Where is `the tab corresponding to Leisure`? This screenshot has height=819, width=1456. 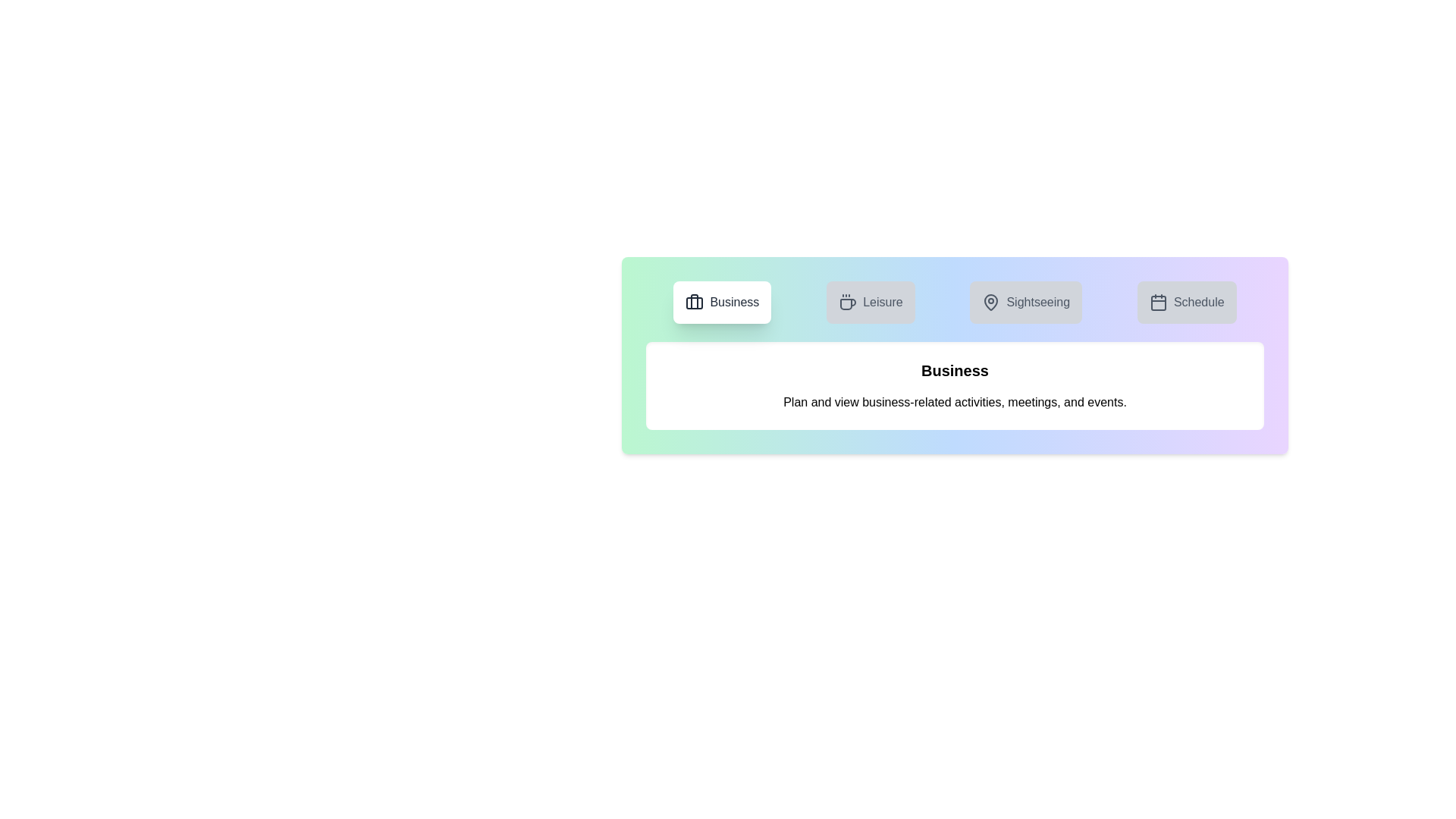
the tab corresponding to Leisure is located at coordinates (870, 302).